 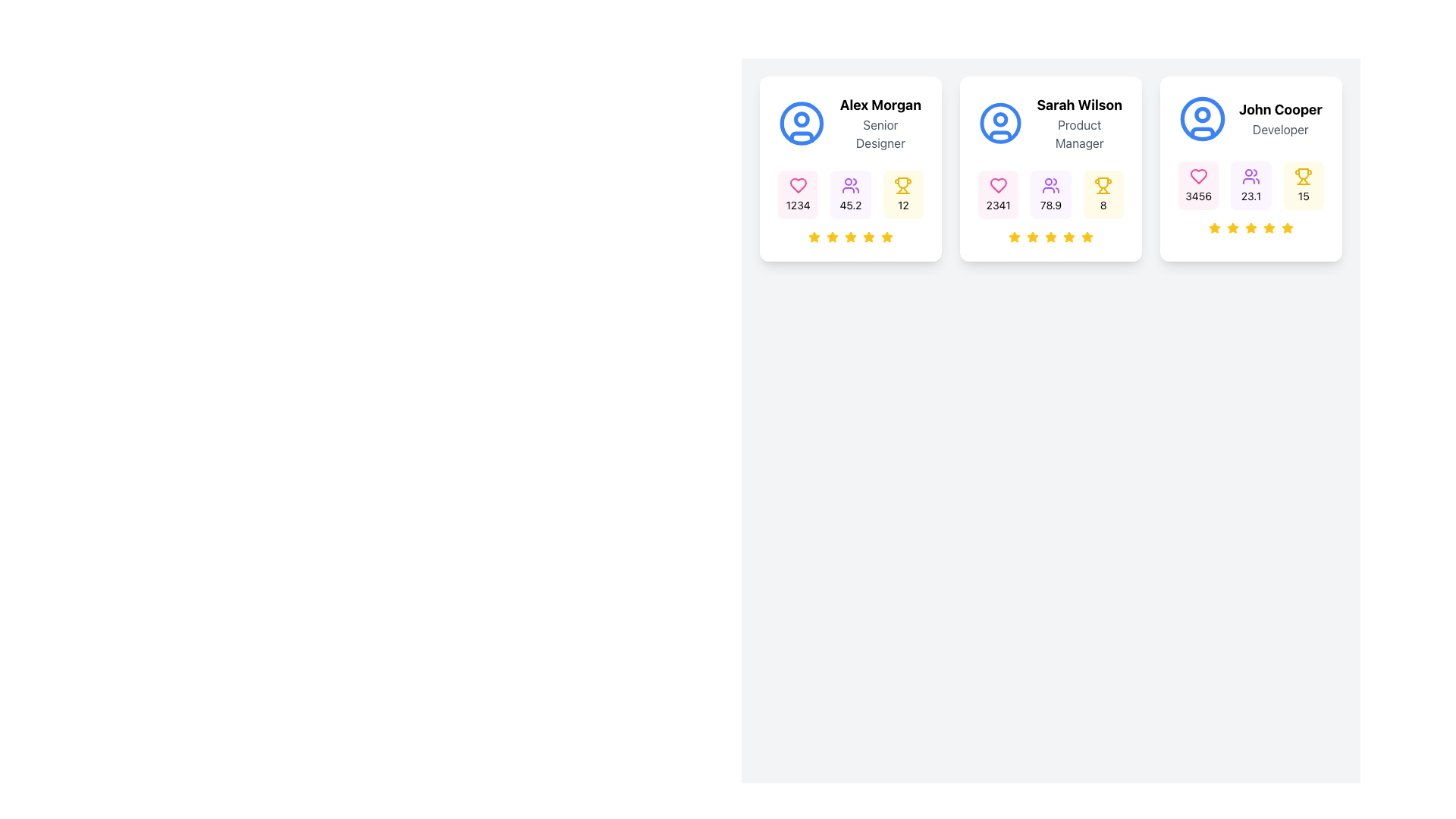 I want to click on the golden-yellow trophy icon located in the rightmost card under the name 'John Cooper', which is the third icon in the second row, next to a pink heart icon and a purple person icon, so click(x=1303, y=173).